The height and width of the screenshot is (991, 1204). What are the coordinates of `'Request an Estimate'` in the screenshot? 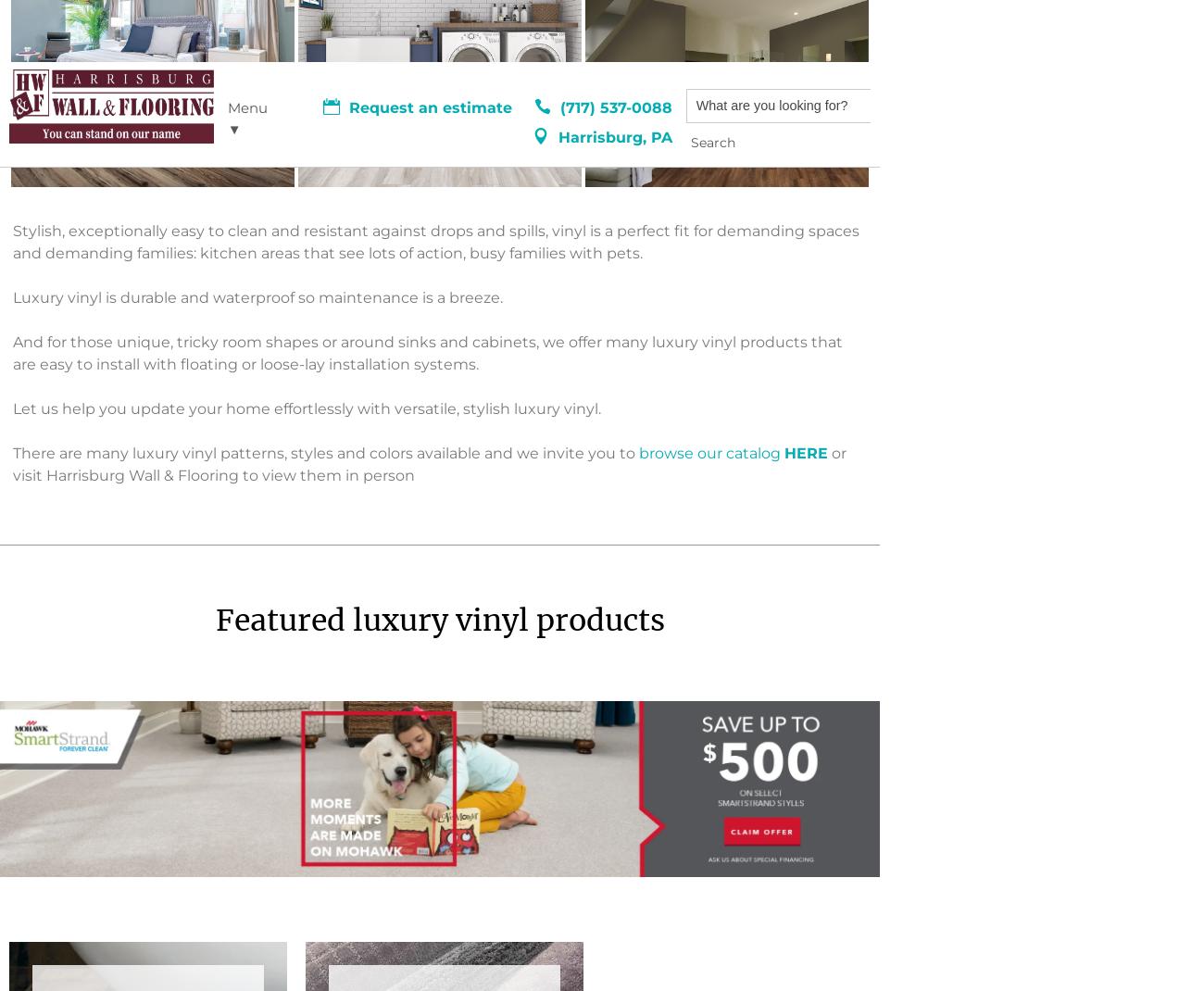 It's located at (433, 771).